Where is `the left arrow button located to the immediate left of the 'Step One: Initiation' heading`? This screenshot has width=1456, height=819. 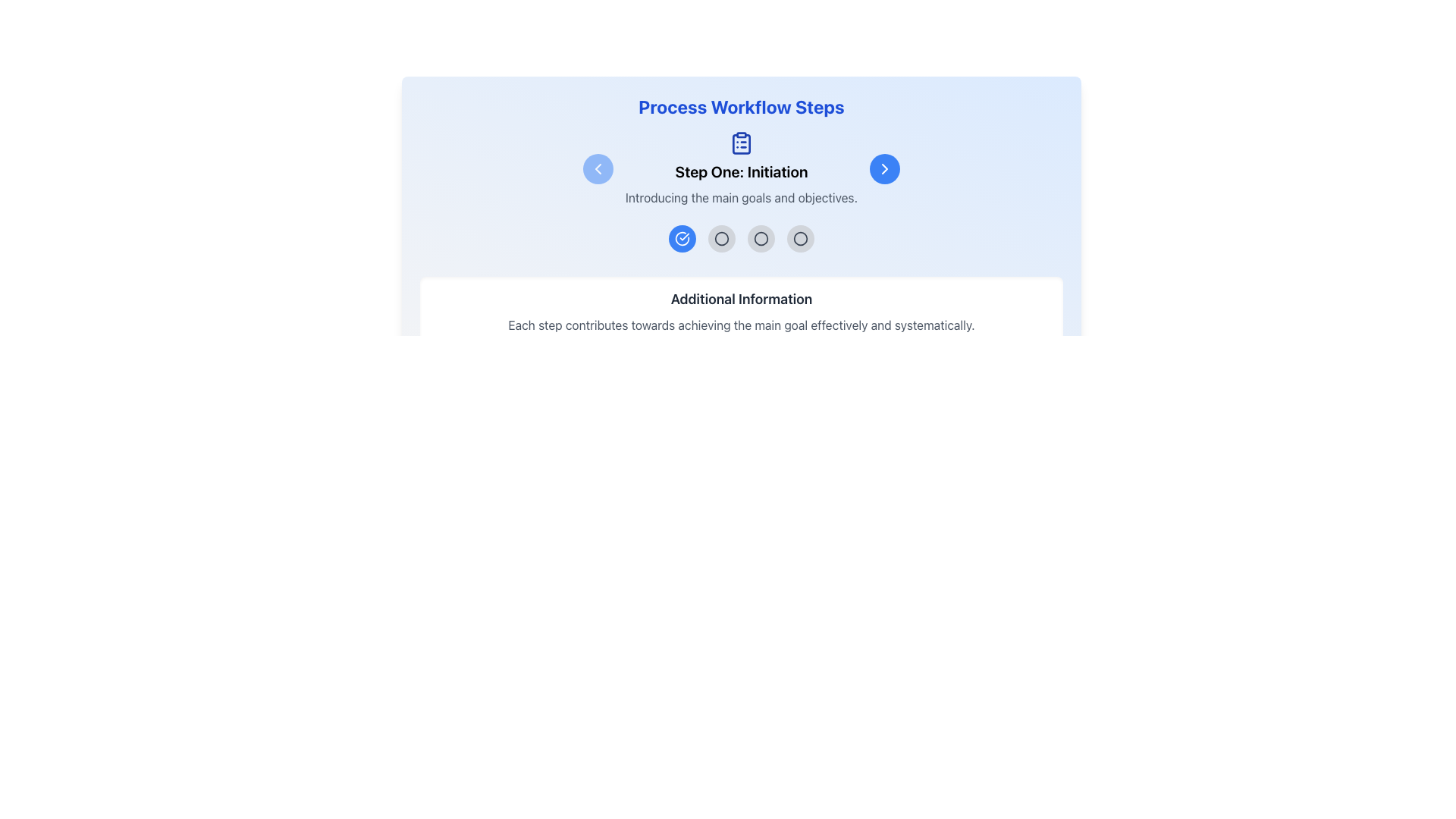
the left arrow button located to the immediate left of the 'Step One: Initiation' heading is located at coordinates (597, 169).